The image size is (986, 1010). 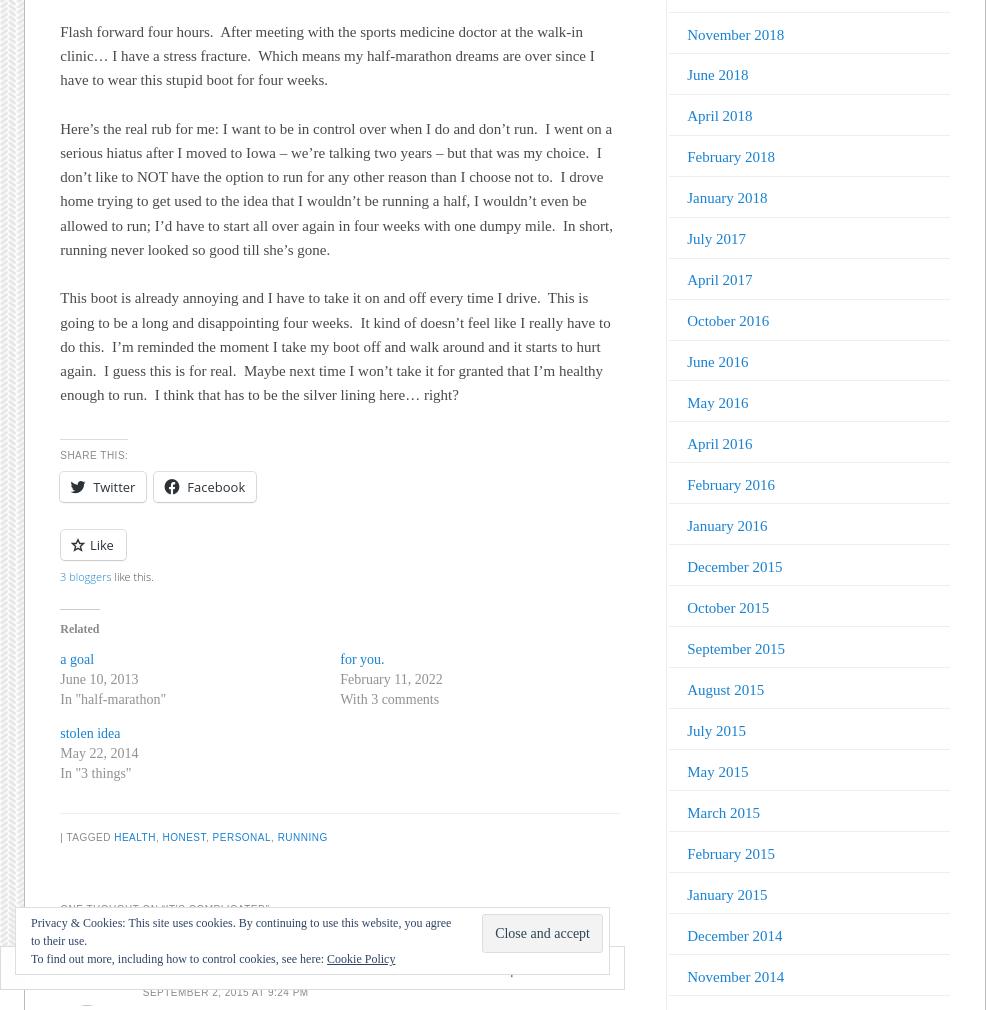 I want to click on 'Twitter', so click(x=92, y=487).